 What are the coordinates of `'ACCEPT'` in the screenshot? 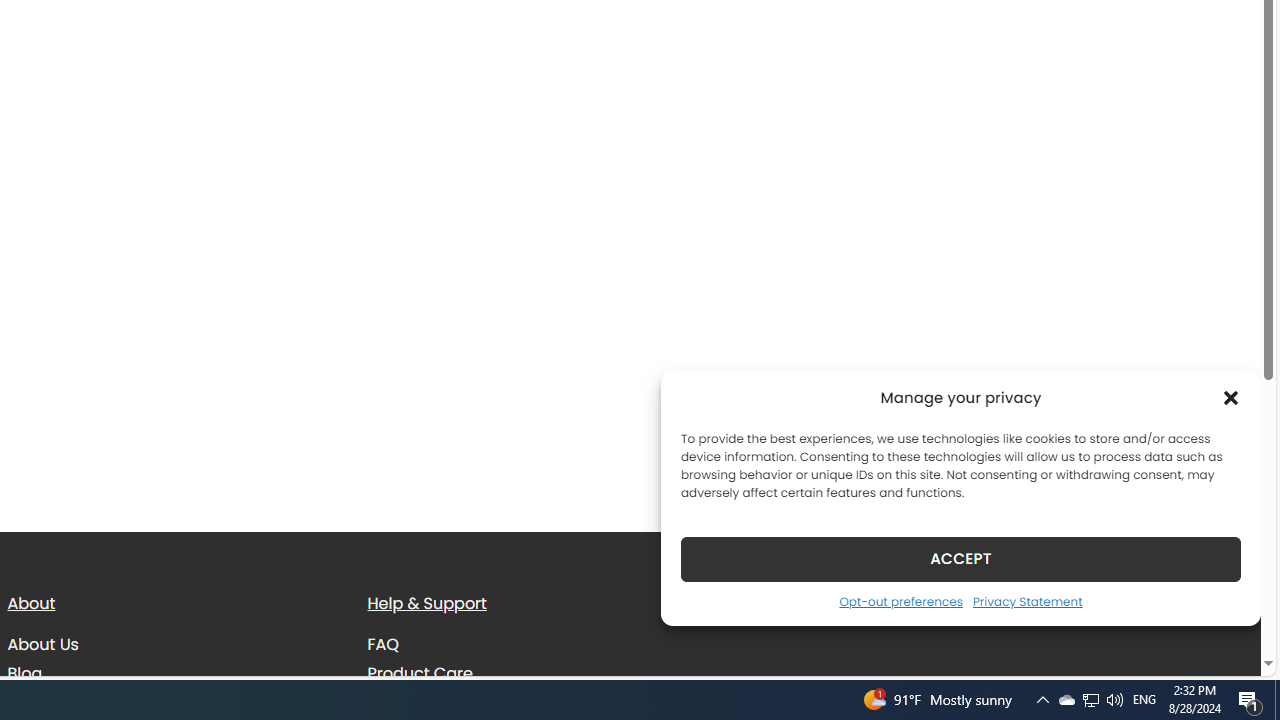 It's located at (961, 558).